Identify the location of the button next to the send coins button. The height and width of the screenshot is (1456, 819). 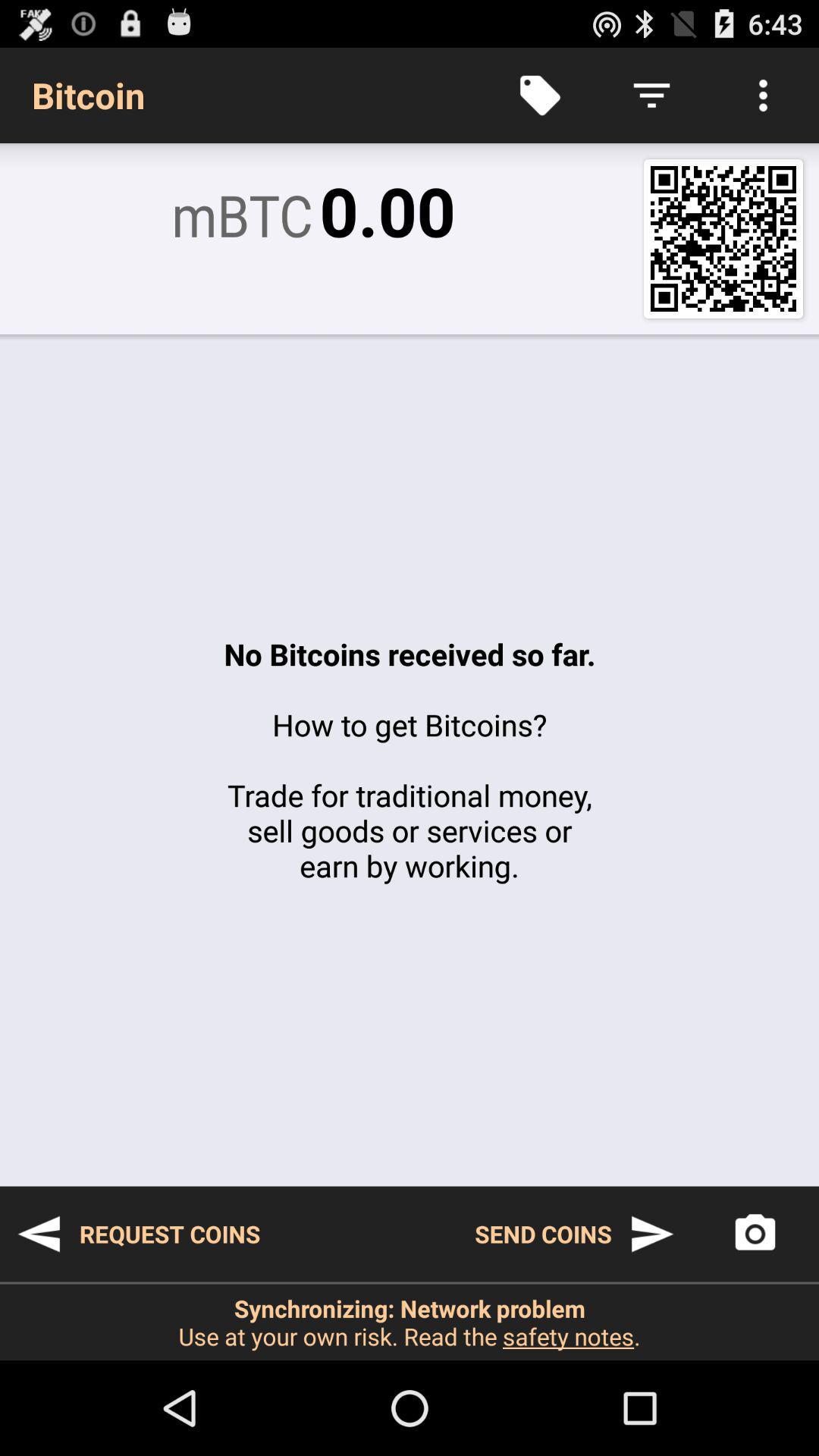
(755, 1234).